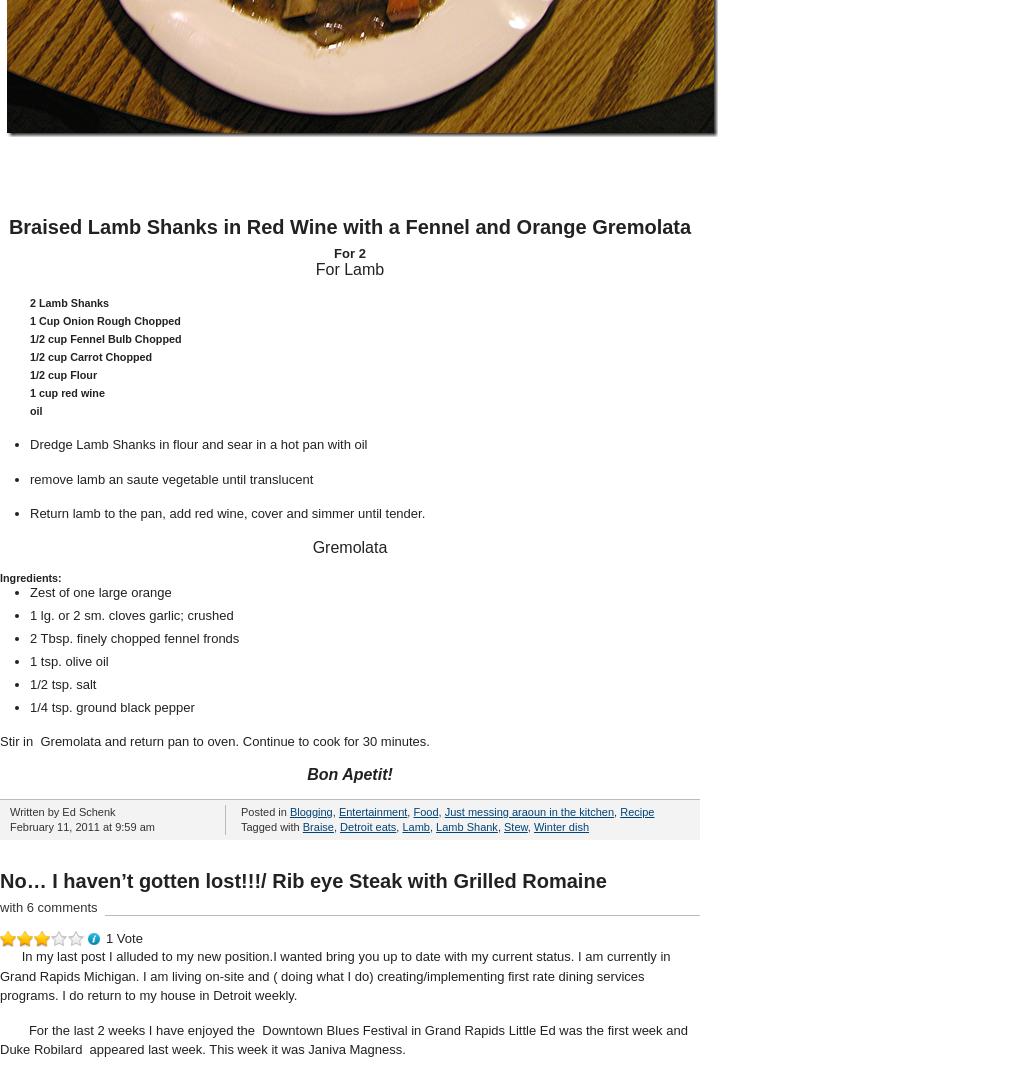 This screenshot has height=1077, width=1028. What do you see at coordinates (367, 827) in the screenshot?
I see `'Detroit eats'` at bounding box center [367, 827].